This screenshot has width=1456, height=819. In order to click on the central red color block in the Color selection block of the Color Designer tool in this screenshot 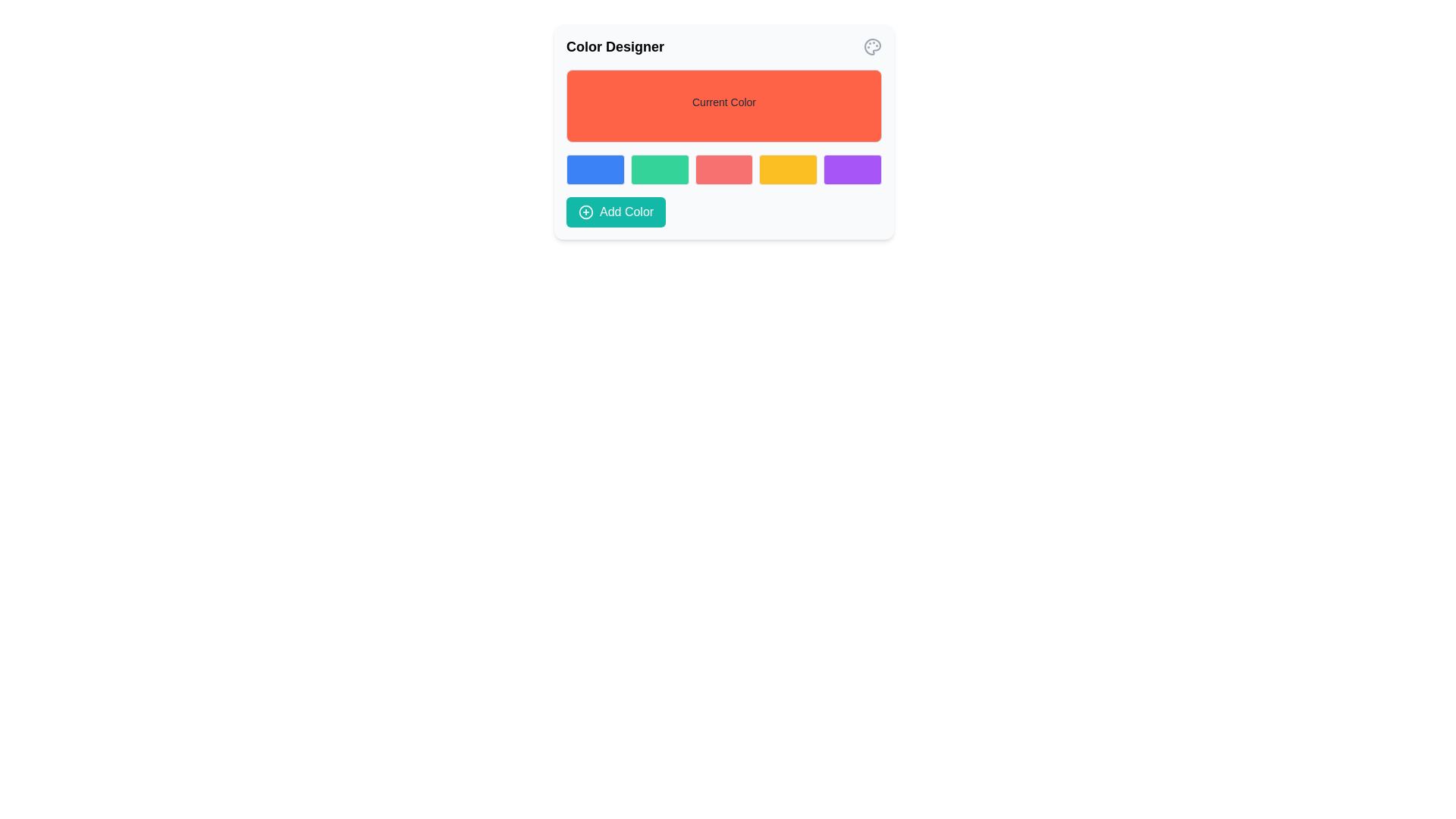, I will do `click(723, 169)`.